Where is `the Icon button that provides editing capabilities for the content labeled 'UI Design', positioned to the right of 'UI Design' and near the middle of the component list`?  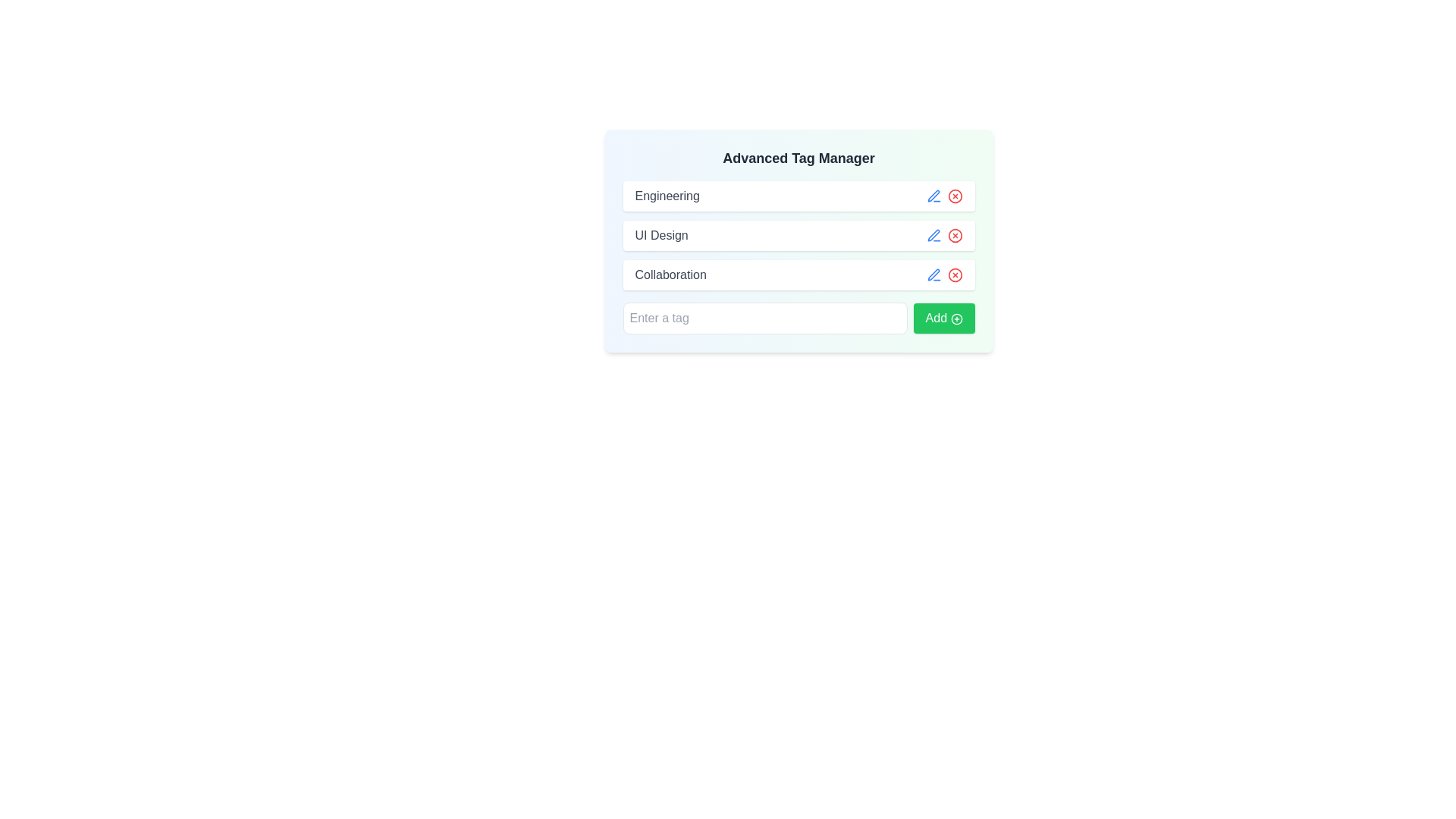 the Icon button that provides editing capabilities for the content labeled 'UI Design', positioned to the right of 'UI Design' and near the middle of the component list is located at coordinates (933, 236).